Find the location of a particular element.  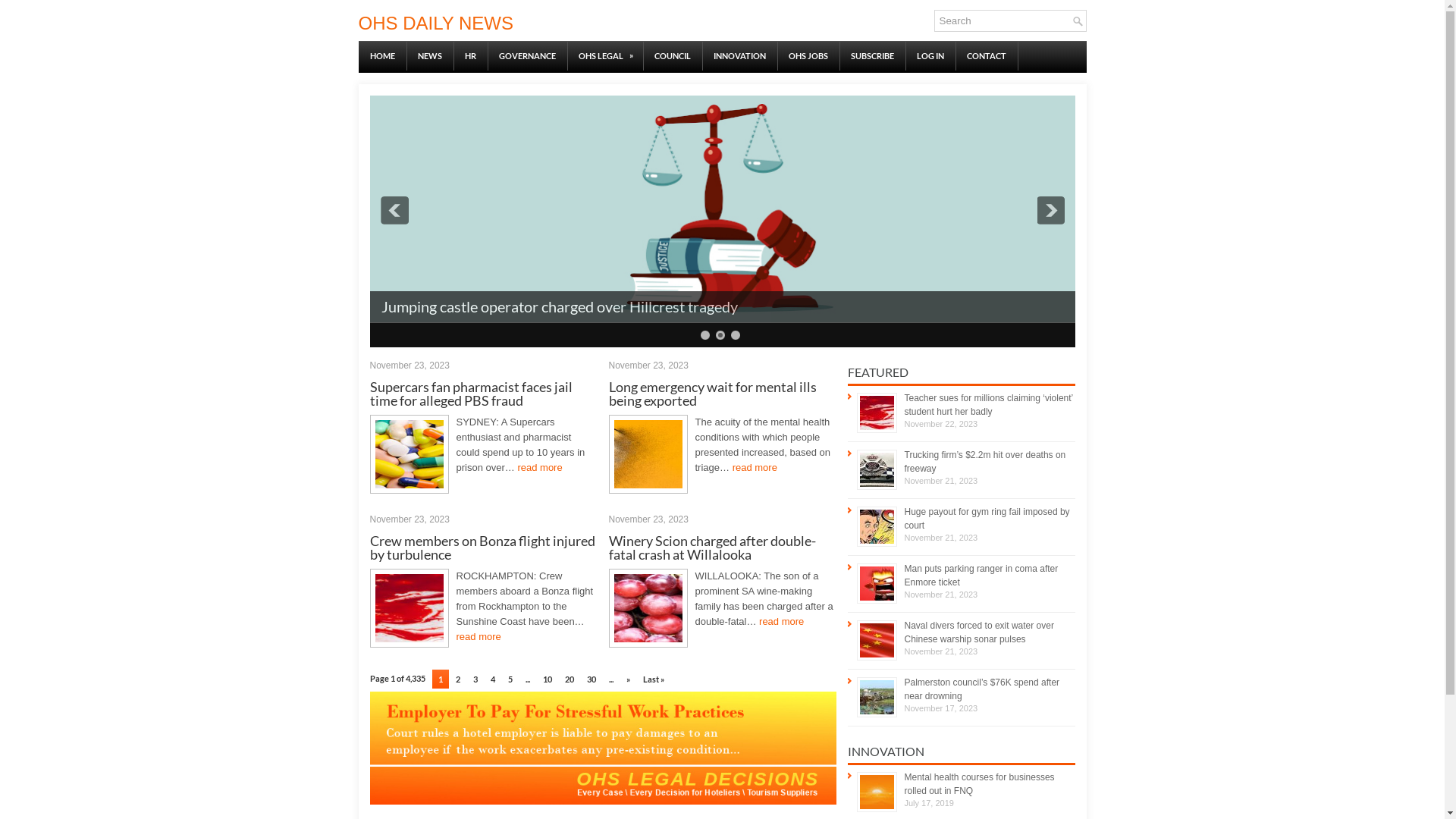

'read more' is located at coordinates (516, 466).